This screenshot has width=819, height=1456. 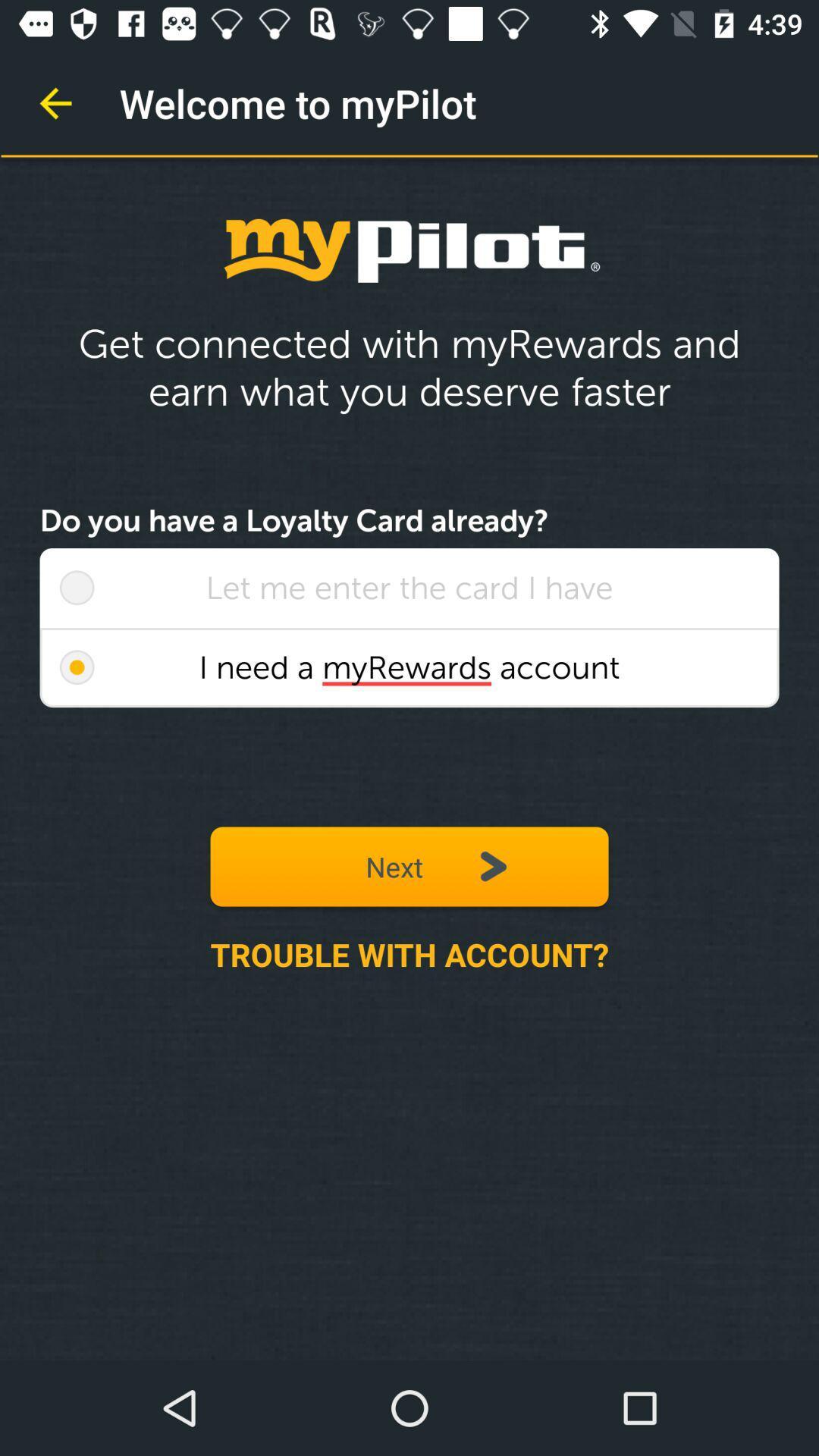 What do you see at coordinates (55, 102) in the screenshot?
I see `item next to welcome to mypilot item` at bounding box center [55, 102].